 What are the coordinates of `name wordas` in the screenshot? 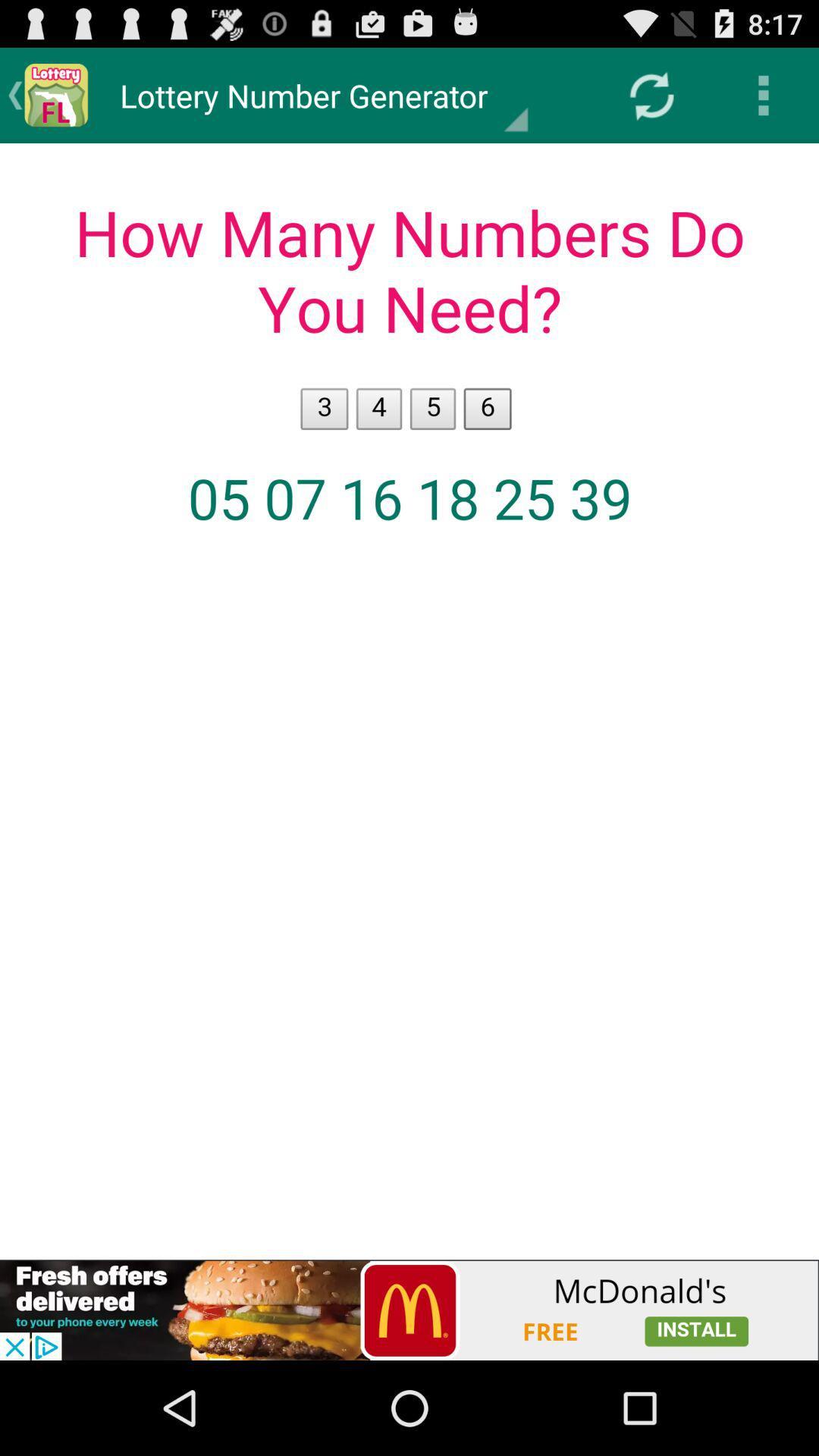 It's located at (409, 701).